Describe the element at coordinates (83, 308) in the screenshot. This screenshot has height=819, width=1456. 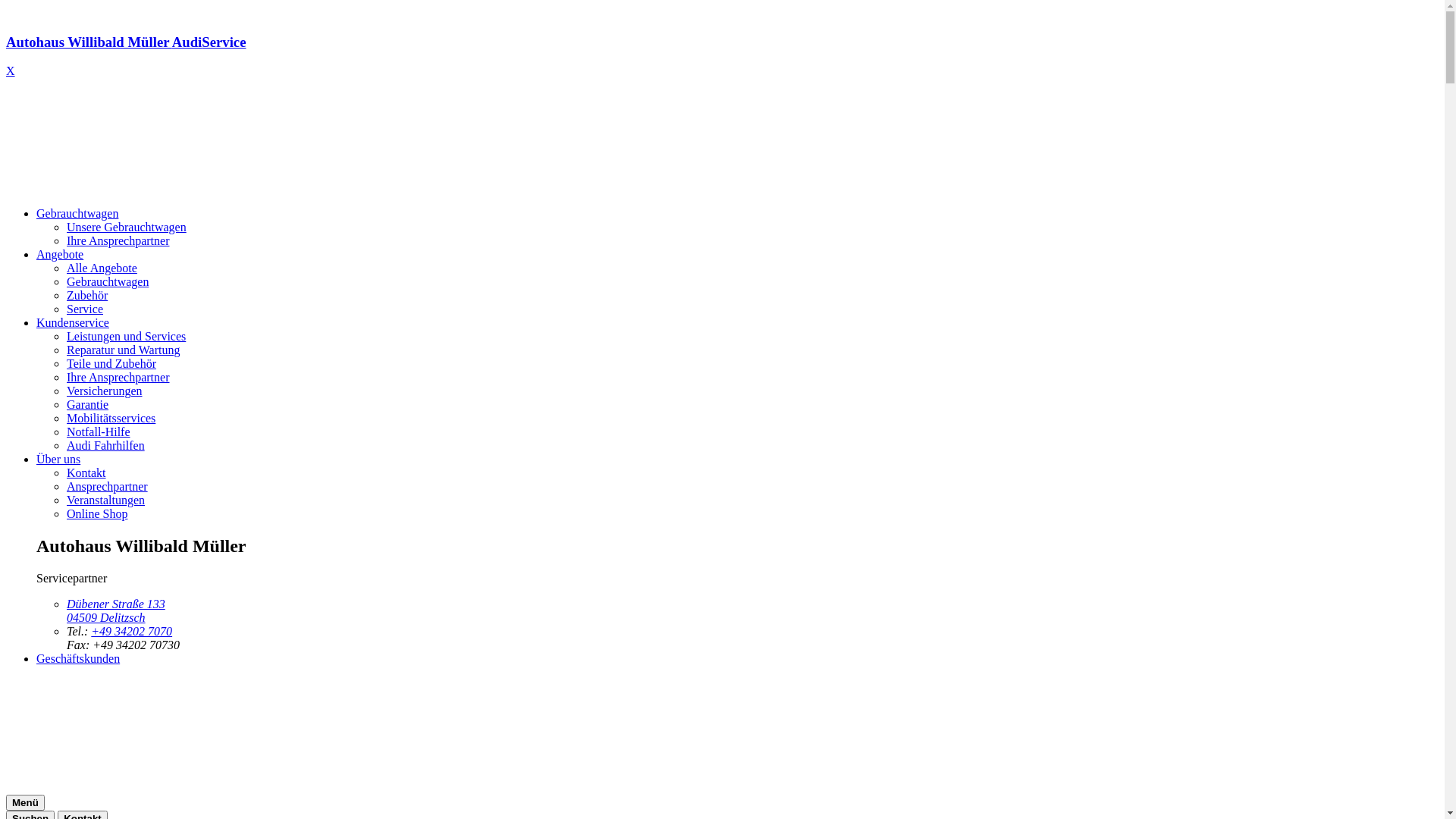
I see `'Service'` at that location.